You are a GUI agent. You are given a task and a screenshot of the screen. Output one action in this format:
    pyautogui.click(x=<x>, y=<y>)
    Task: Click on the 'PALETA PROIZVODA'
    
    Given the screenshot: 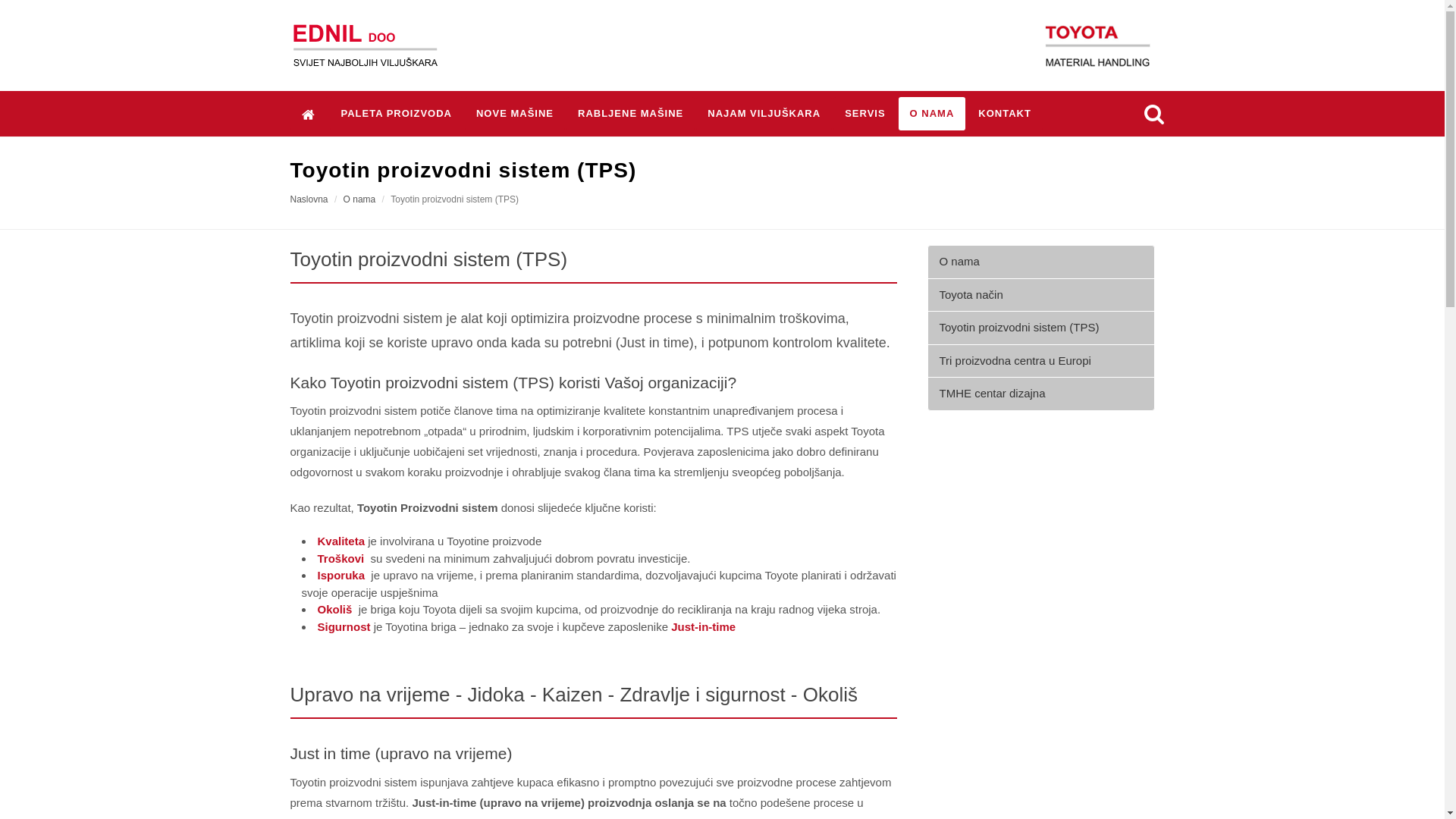 What is the action you would take?
    pyautogui.click(x=396, y=113)
    